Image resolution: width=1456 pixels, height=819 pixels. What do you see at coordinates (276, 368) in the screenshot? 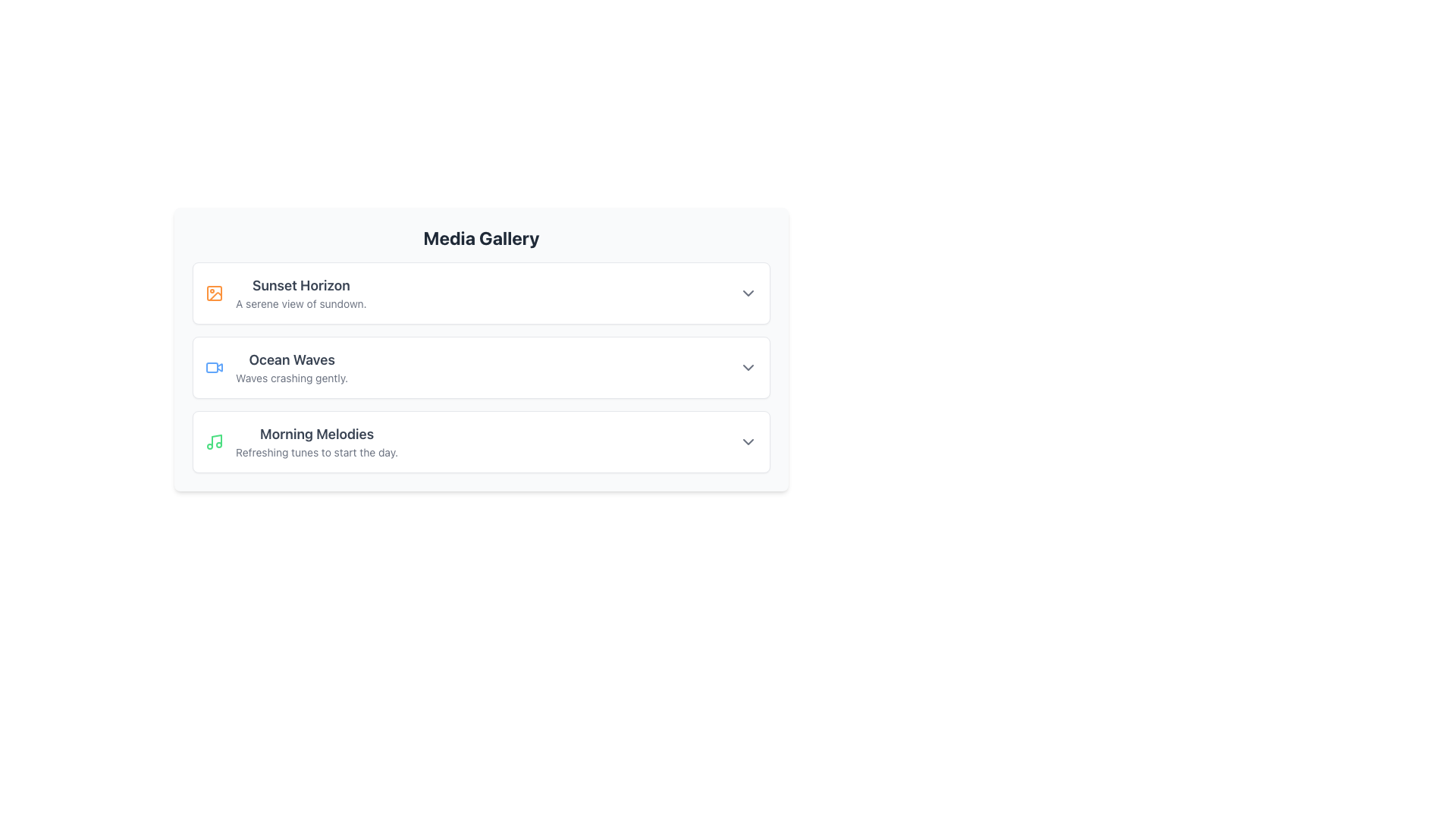
I see `the 'Ocean Waves' List Item with Icon and Text in the Media Gallery` at bounding box center [276, 368].